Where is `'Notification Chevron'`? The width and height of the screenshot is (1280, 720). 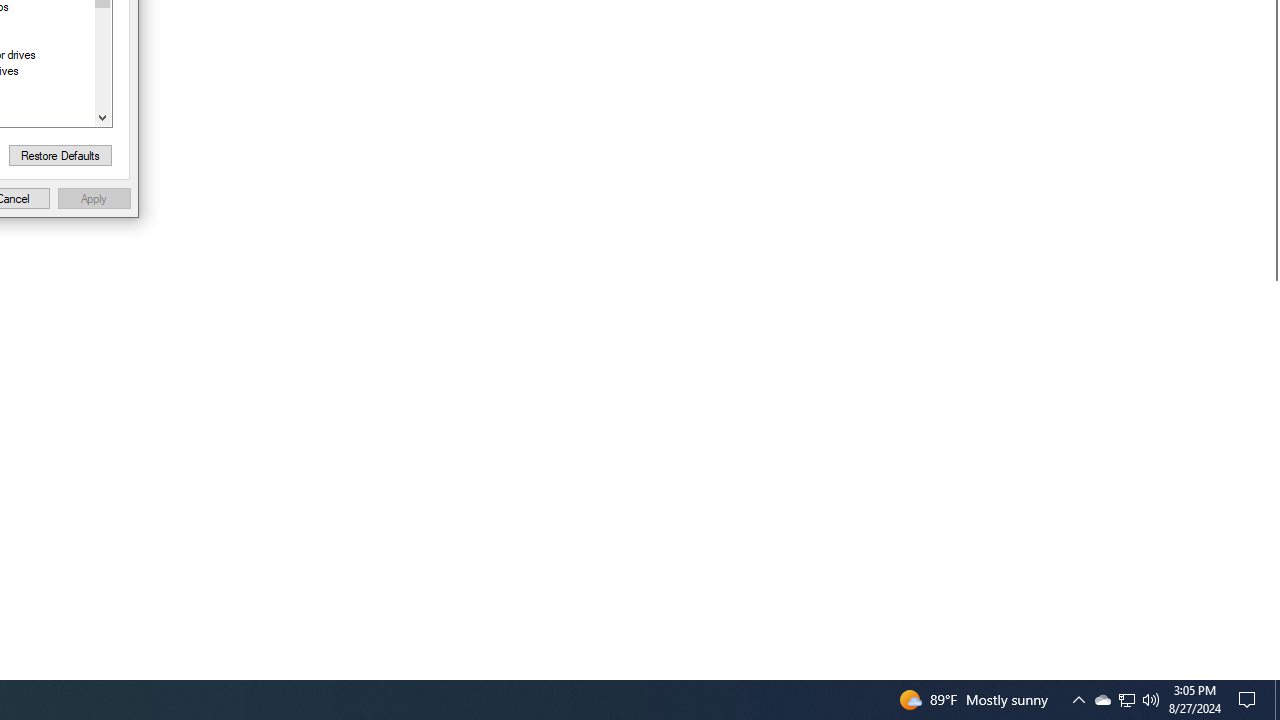 'Notification Chevron' is located at coordinates (1078, 698).